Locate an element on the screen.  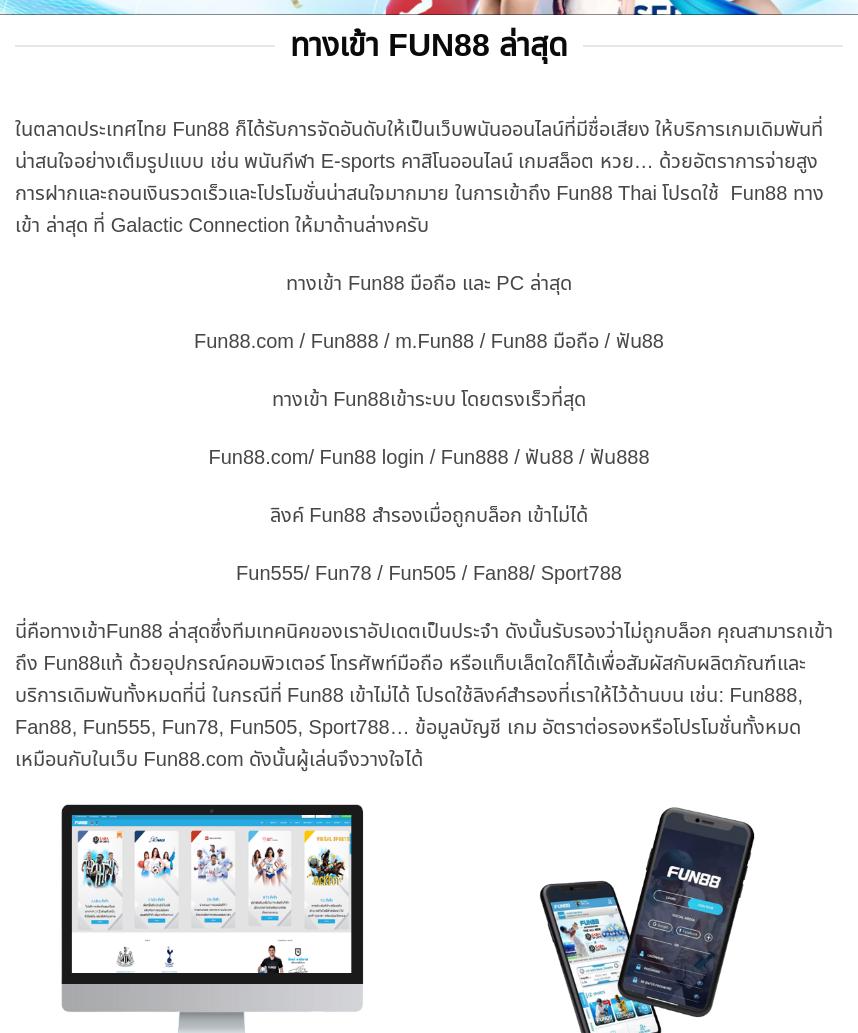
'ในตลาดประเทศไทย Fun88 ก็ได้รับการจัดอันดับให้เป็นเว็บพนันออนไลน์ที่มีชื่อเสียง ให้บริการเกมเดิมพันที่น่าสนใจอย่างเต็มรูปแบบ เช่น พนันกีฬา E-sports คาสิโนออนไลน์ เกมสล็อต หวย… ด้วยอัตราการจ่ายสูง การฝากและถอนเงินรวดเร็วและโปรโมชั่นน่าสนใจมากมาย ในการเข้าถึง' is located at coordinates (417, 160).